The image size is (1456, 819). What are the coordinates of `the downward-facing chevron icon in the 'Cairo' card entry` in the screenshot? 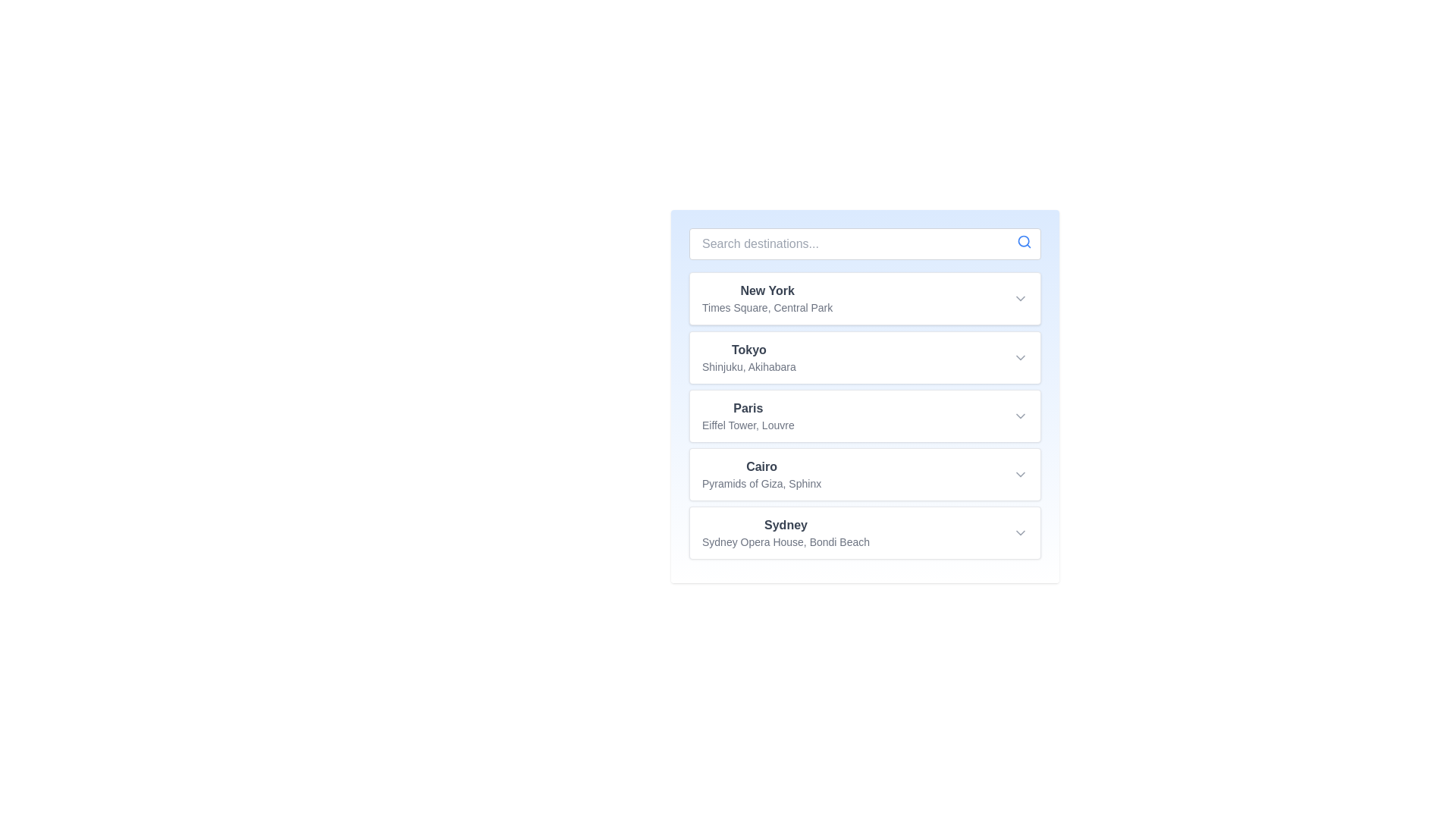 It's located at (1020, 473).